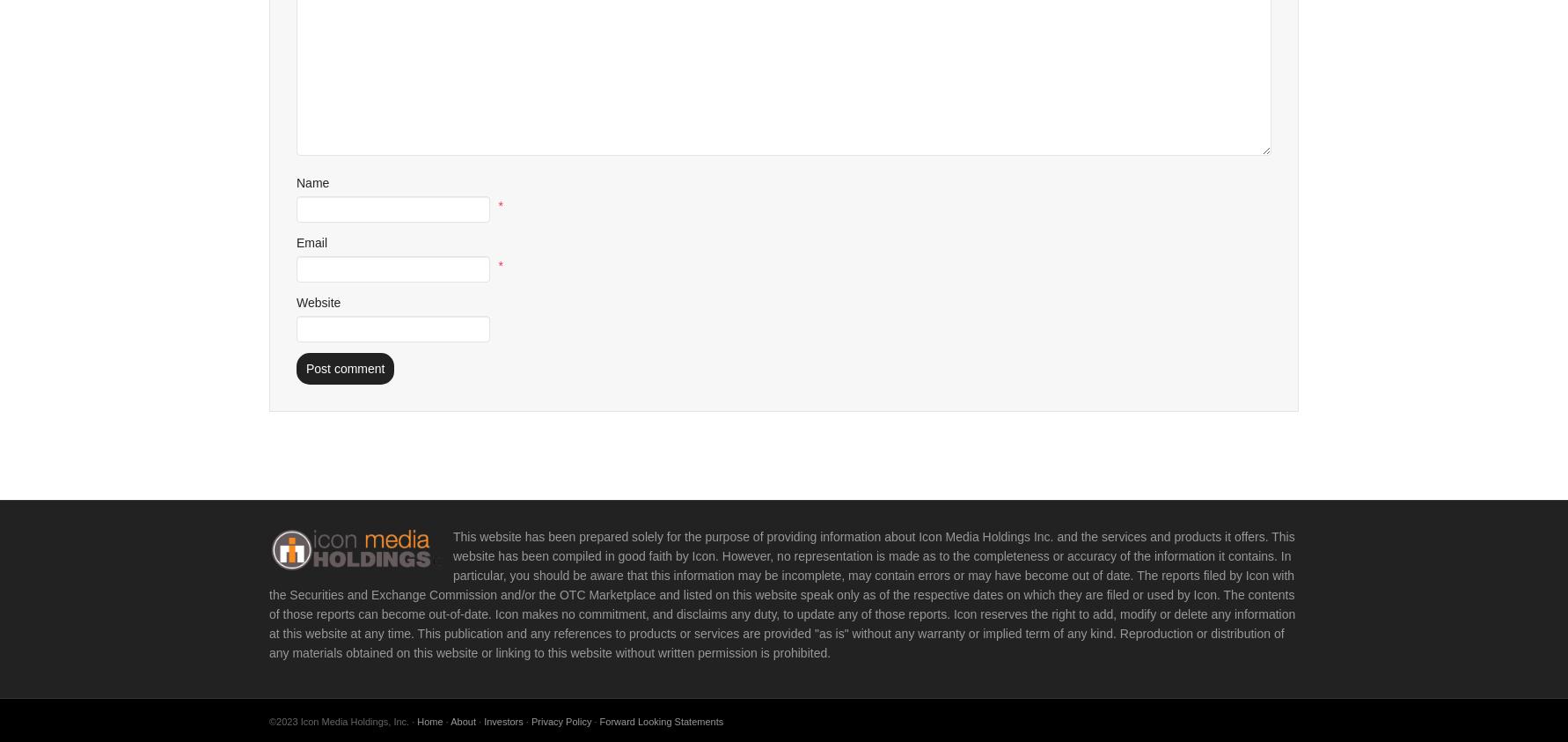  I want to click on 'About', so click(449, 720).